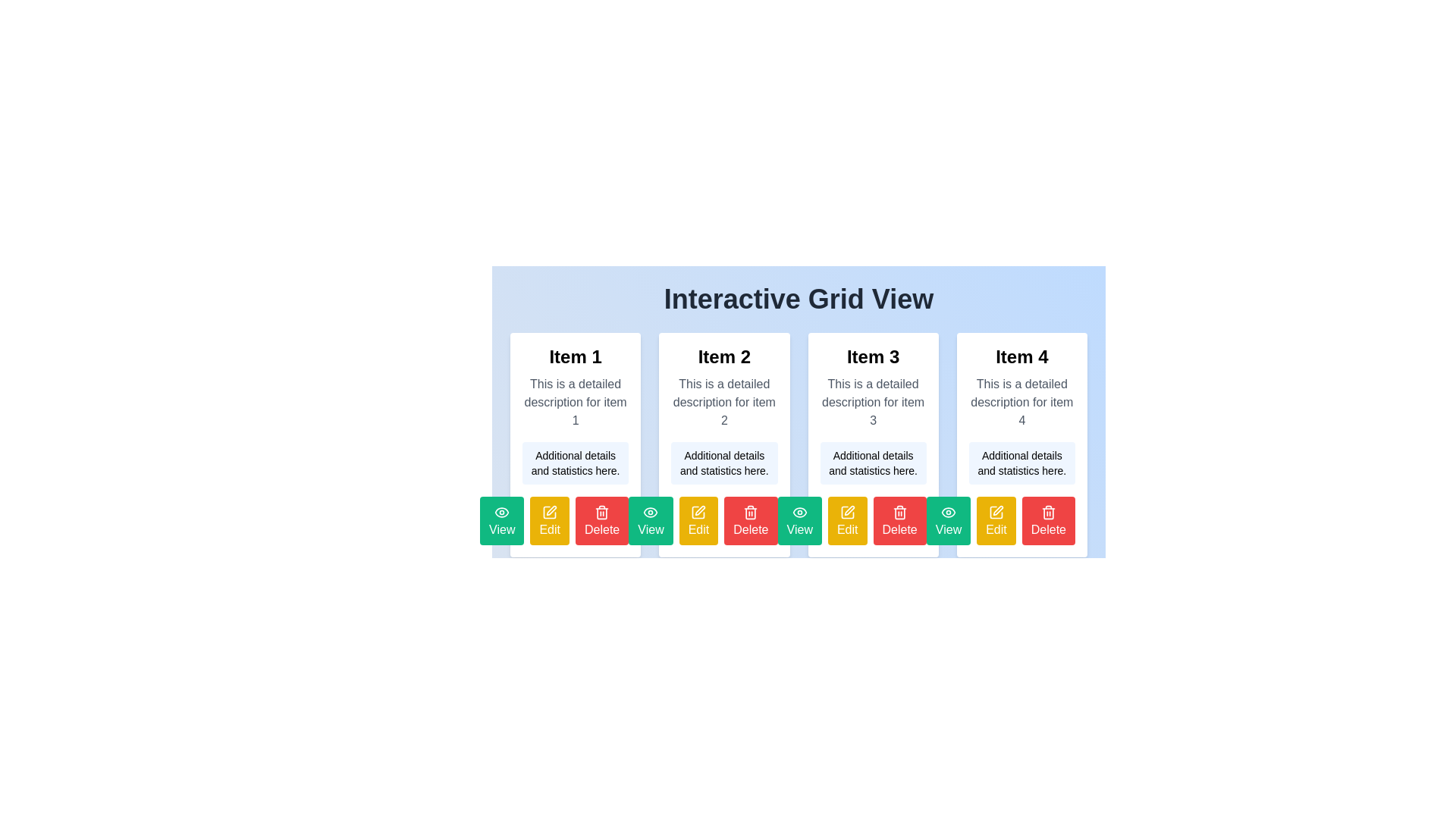 Image resolution: width=1456 pixels, height=819 pixels. I want to click on the text label displaying 'This is a detailed description for item 4', which is positioned below the title 'Item 4', so click(1021, 402).